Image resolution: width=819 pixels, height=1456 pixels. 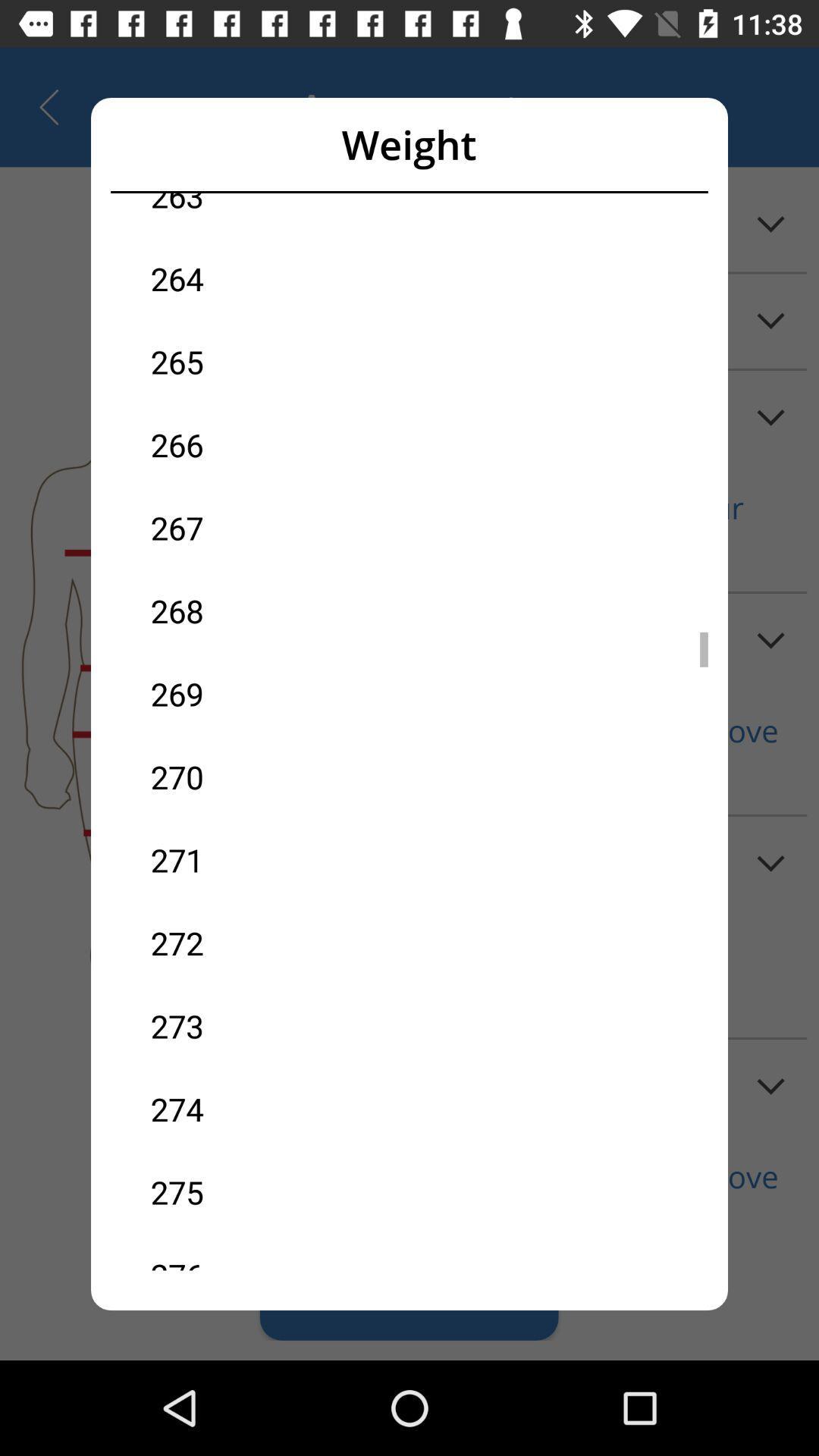 I want to click on 271, so click(x=280, y=859).